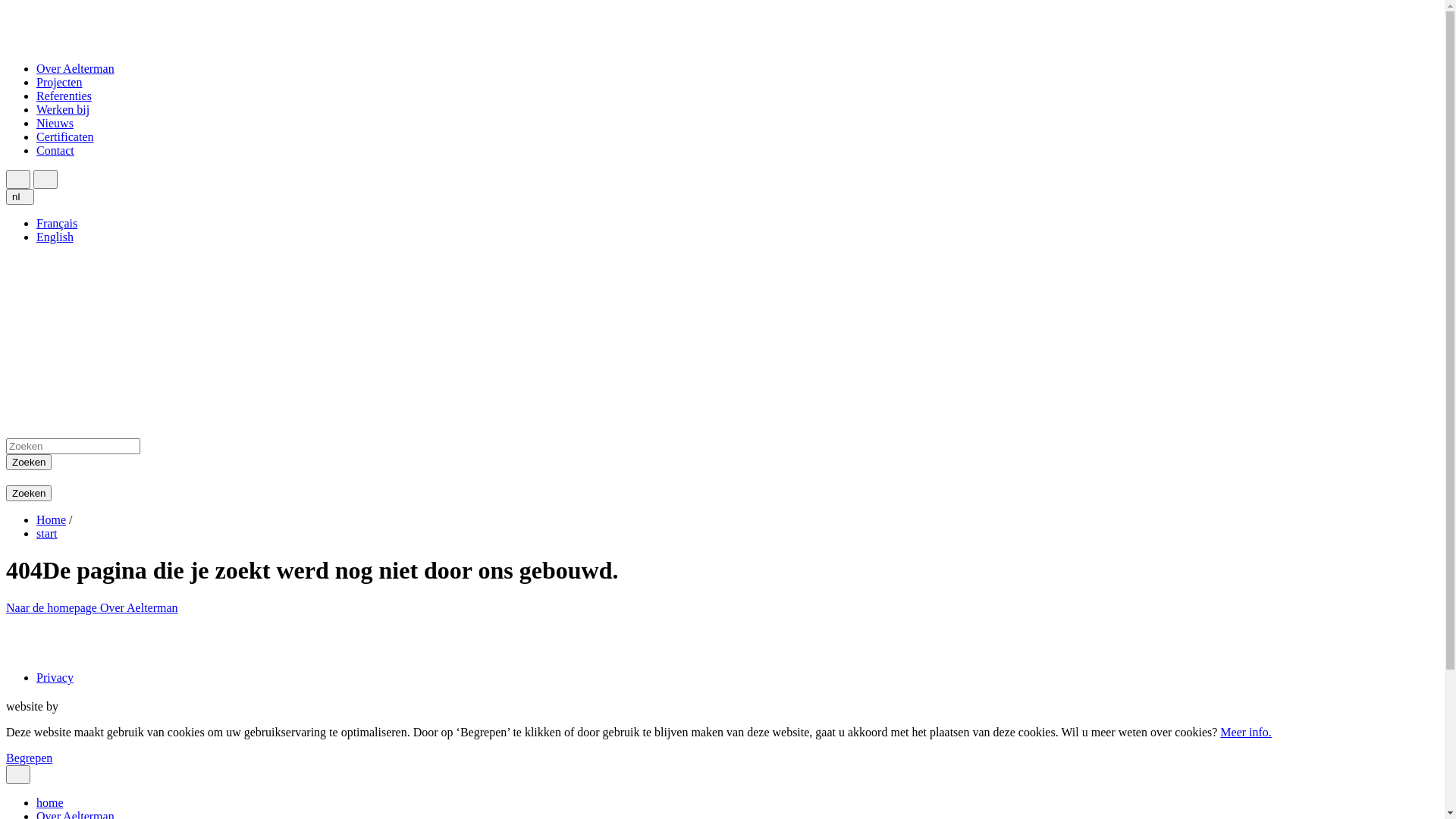  What do you see at coordinates (139, 607) in the screenshot?
I see `'Over Aelterman'` at bounding box center [139, 607].